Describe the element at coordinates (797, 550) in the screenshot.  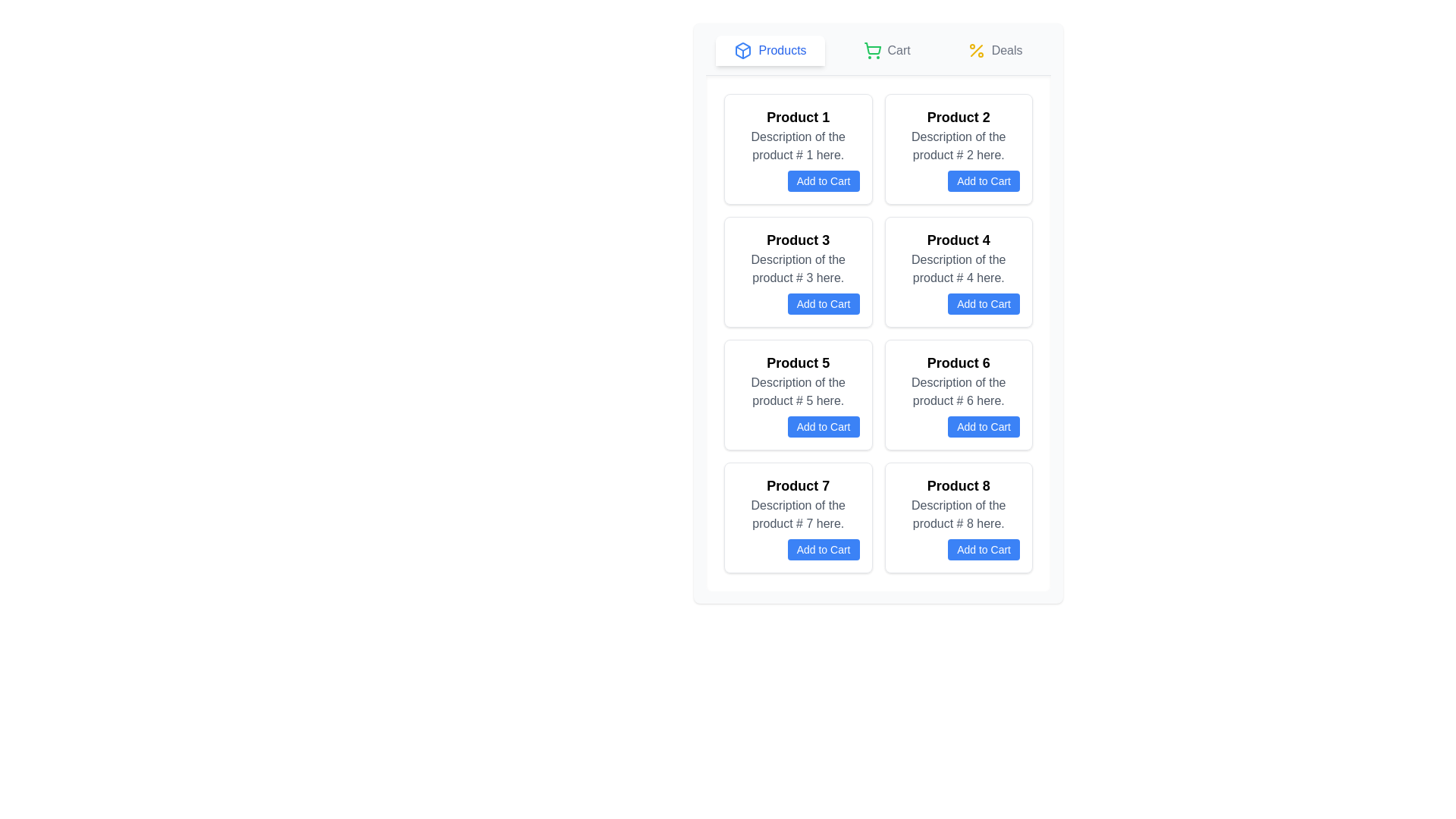
I see `the 'Add to Cart' button for Product 7 located in the bottom-right corner of its cell` at that location.